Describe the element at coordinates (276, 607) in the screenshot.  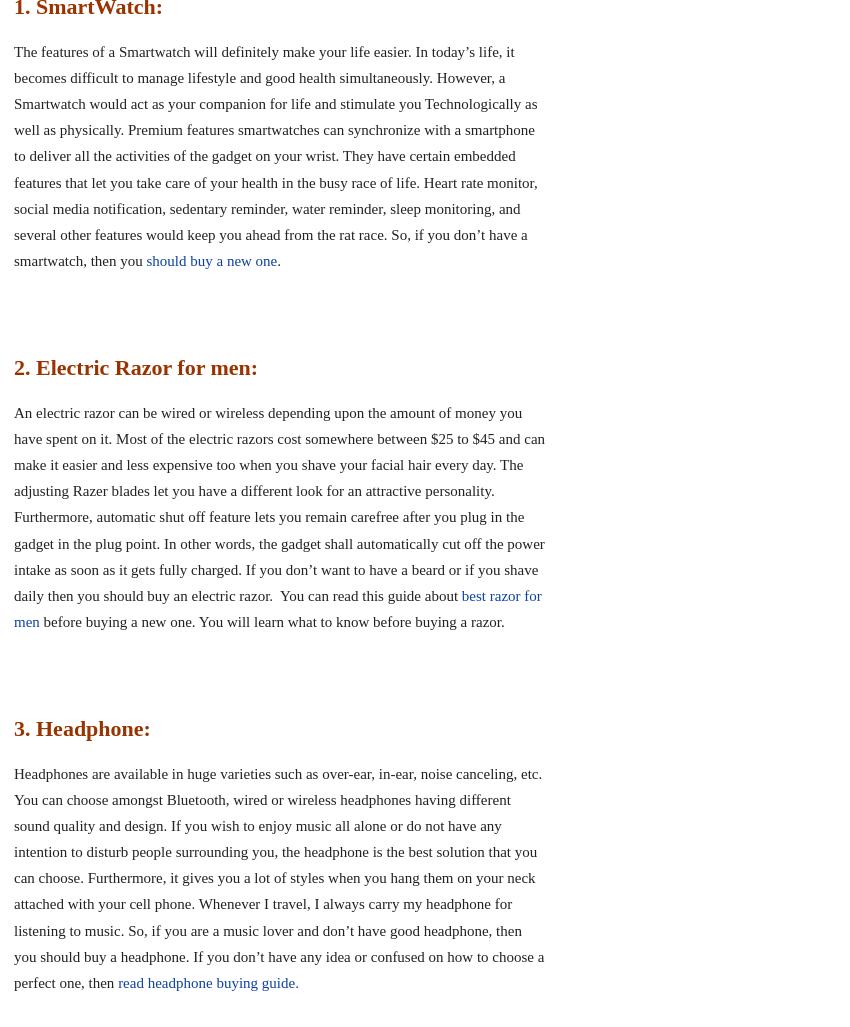
I see `'best razor for men'` at that location.